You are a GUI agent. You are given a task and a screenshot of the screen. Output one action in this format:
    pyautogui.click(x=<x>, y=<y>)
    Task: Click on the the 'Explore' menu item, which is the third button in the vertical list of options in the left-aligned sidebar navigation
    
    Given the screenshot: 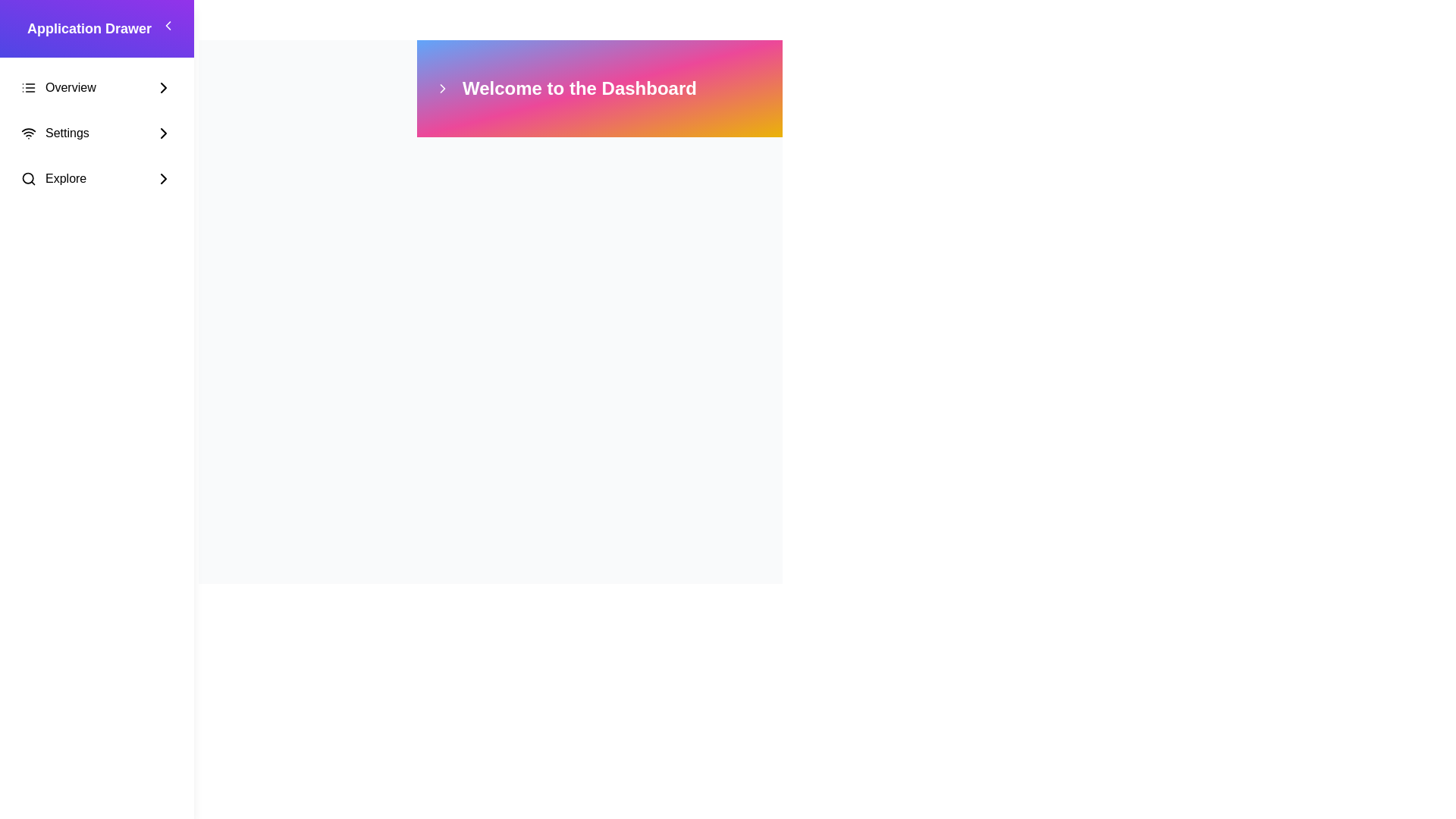 What is the action you would take?
    pyautogui.click(x=96, y=177)
    